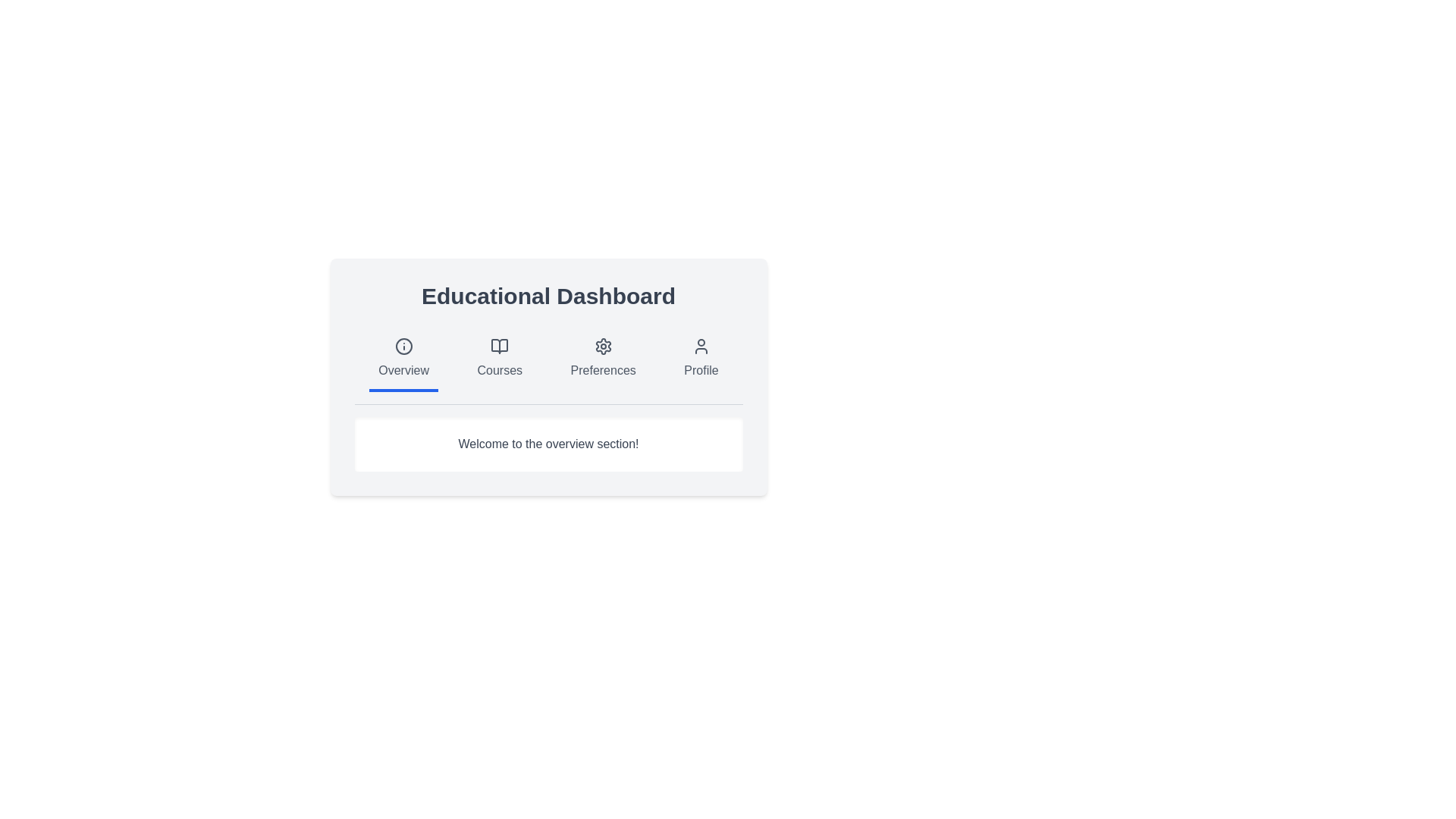  Describe the element at coordinates (602, 371) in the screenshot. I see `the Text Label that describes the Preferences section in the navigation bar, located under the third icon from the left` at that location.